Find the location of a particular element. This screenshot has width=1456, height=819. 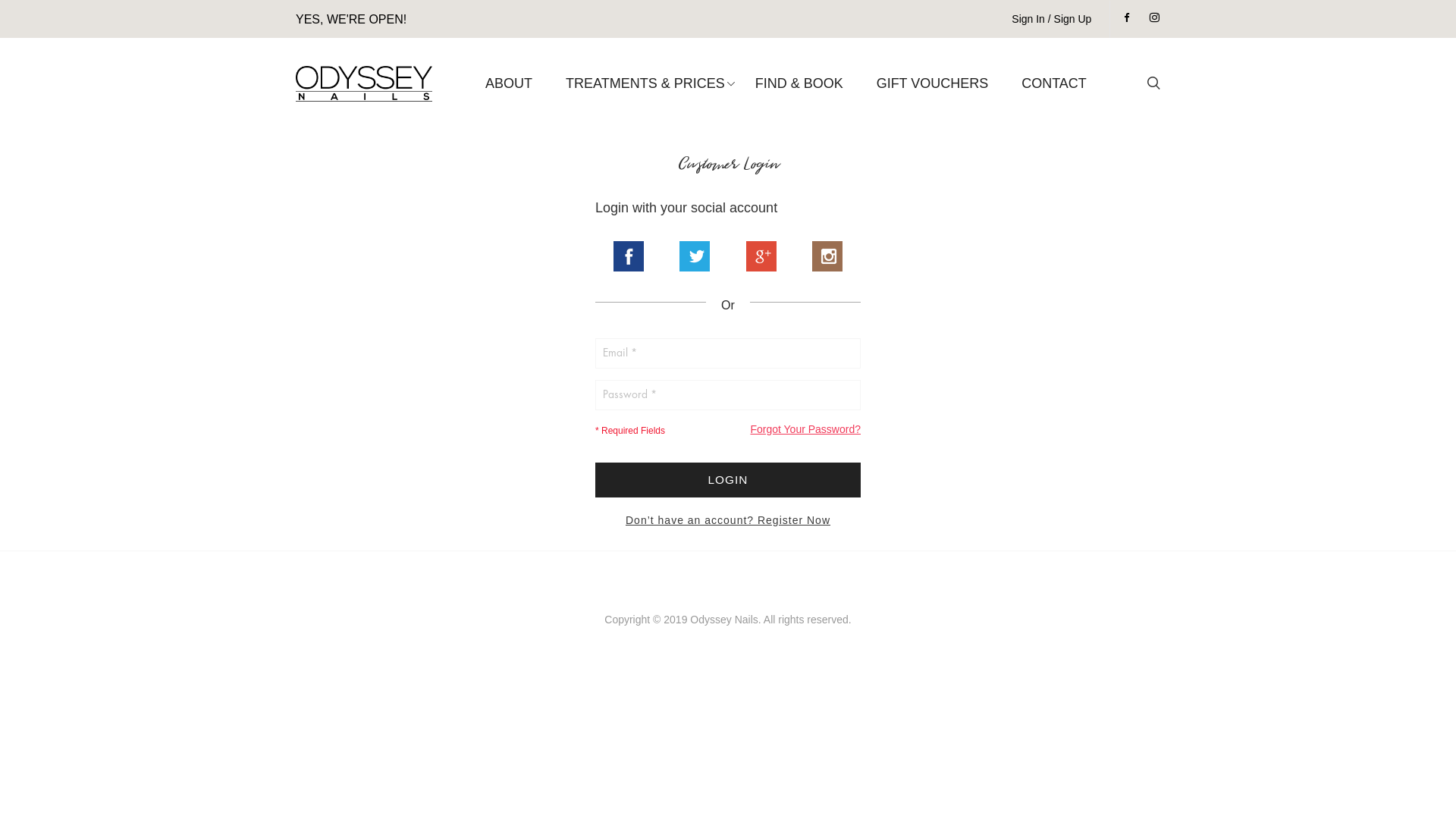

'Login with Twitter' is located at coordinates (694, 256).